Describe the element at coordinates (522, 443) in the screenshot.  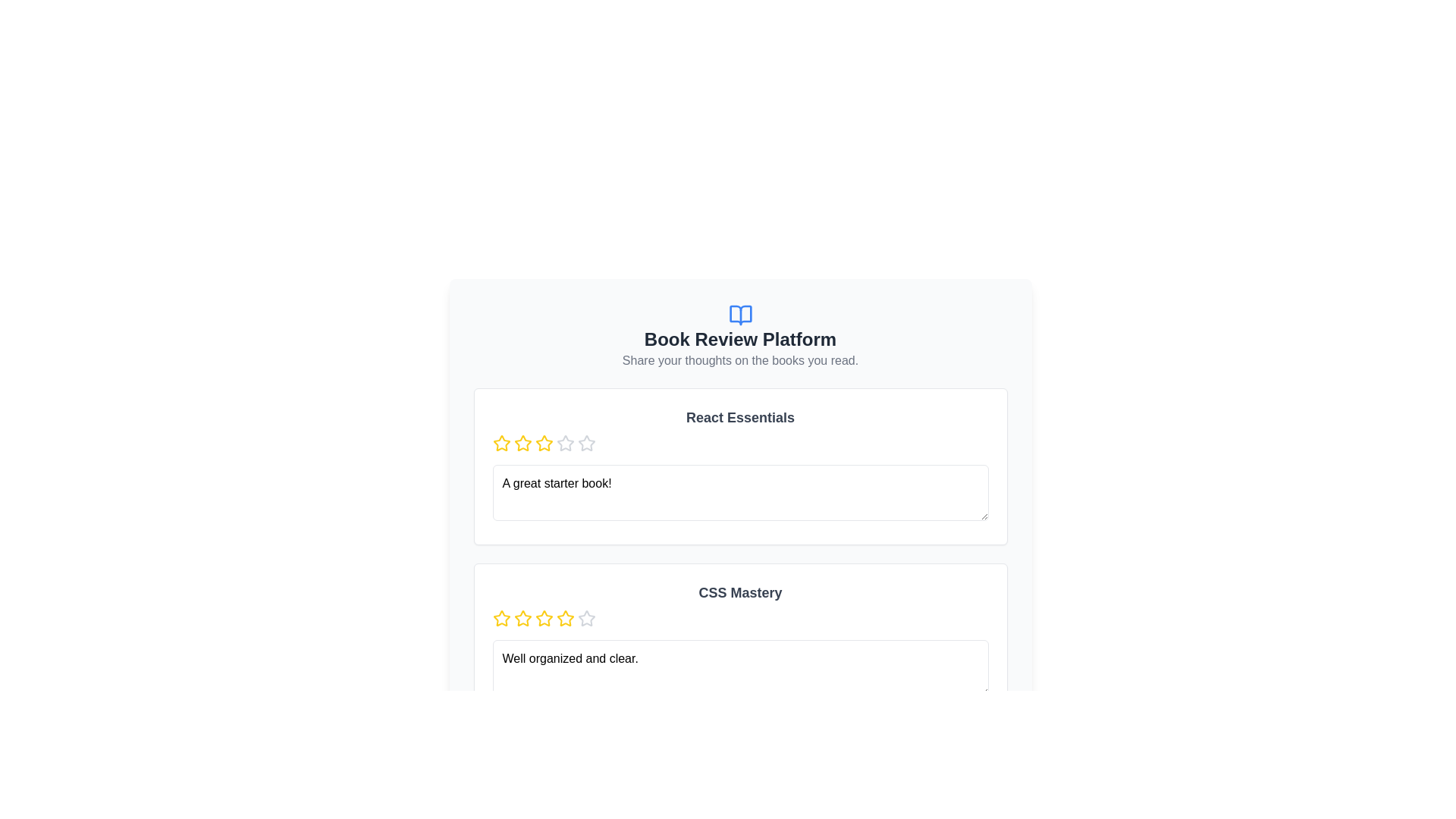
I see `the second star icon in the rating system for the 'React Essentials' section` at that location.